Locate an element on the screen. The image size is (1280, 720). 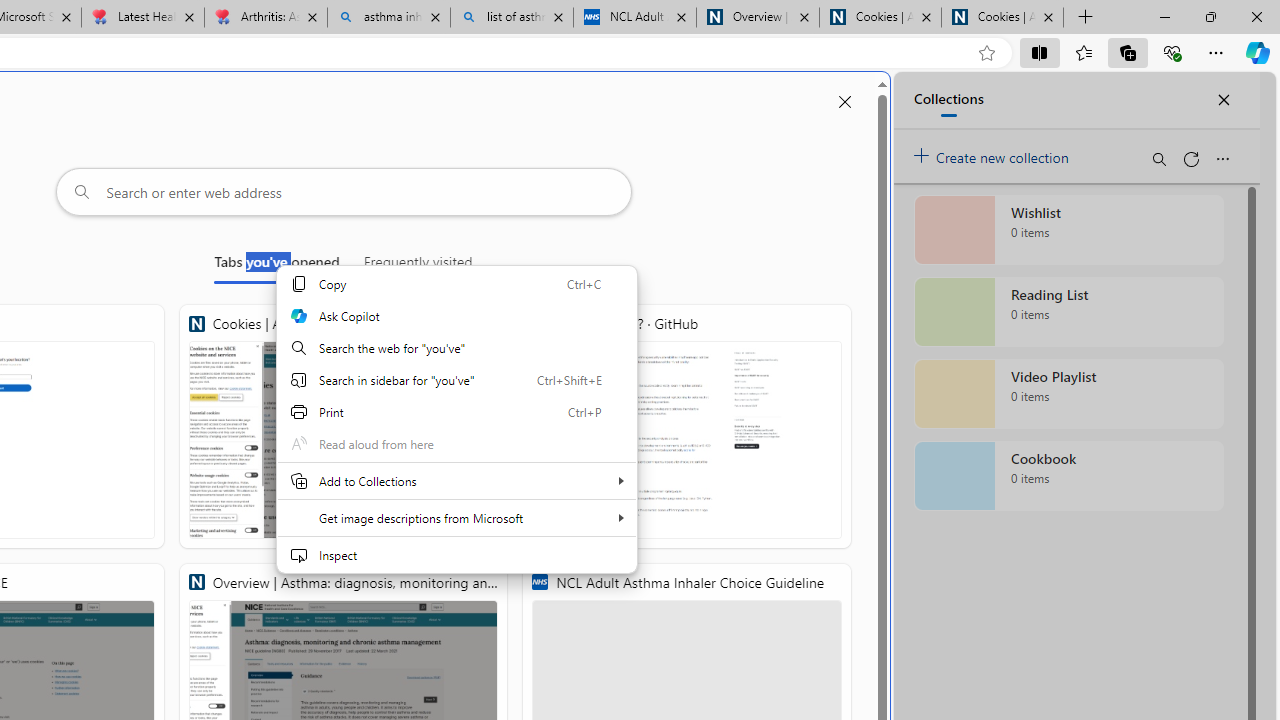
'Read aloud from here' is located at coordinates (455, 442).